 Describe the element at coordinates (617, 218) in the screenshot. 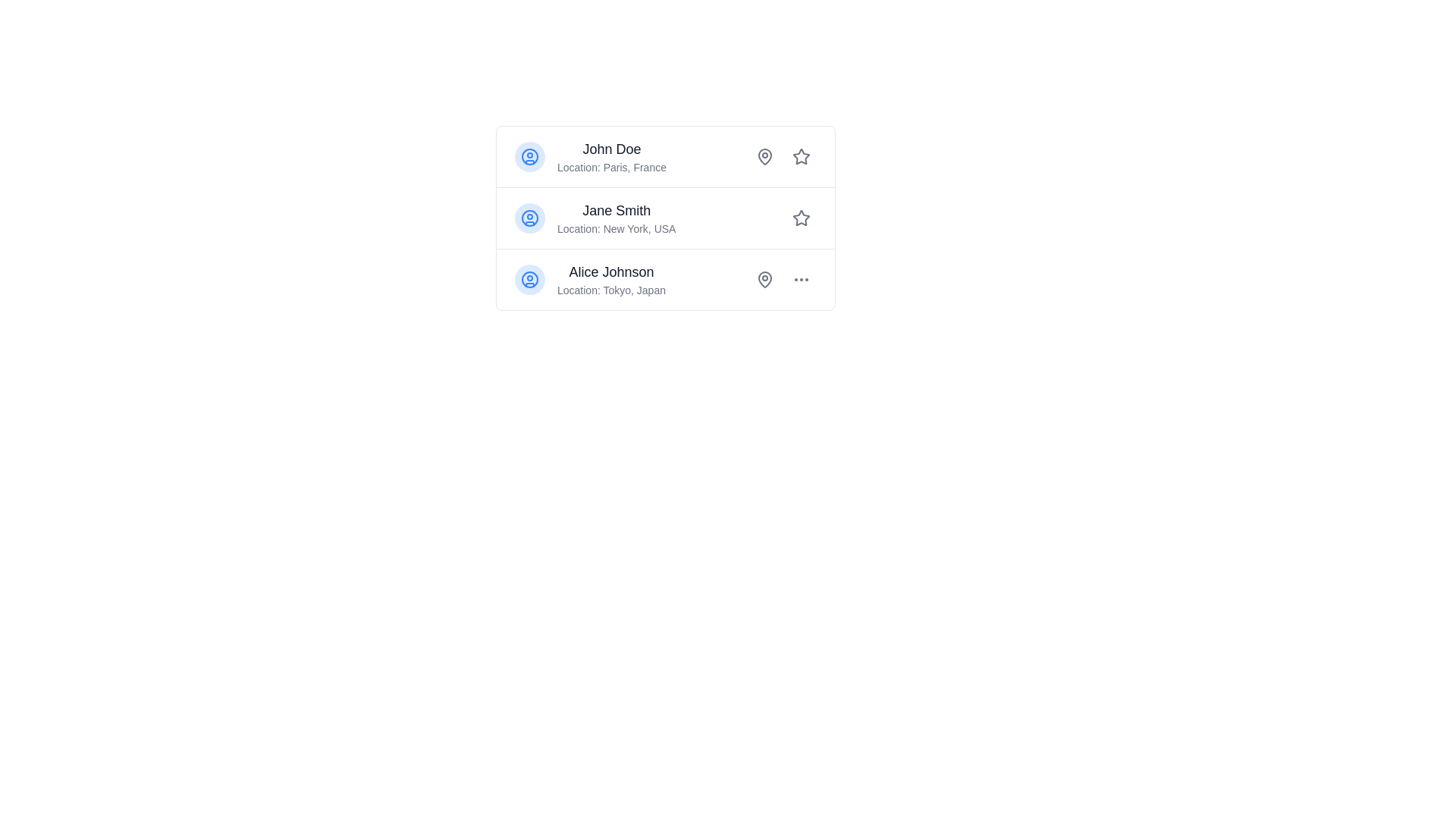

I see `the user profile display showing 'Jane Smith' located between 'John Doe' and 'Alice Johnson' in the vertical list` at that location.